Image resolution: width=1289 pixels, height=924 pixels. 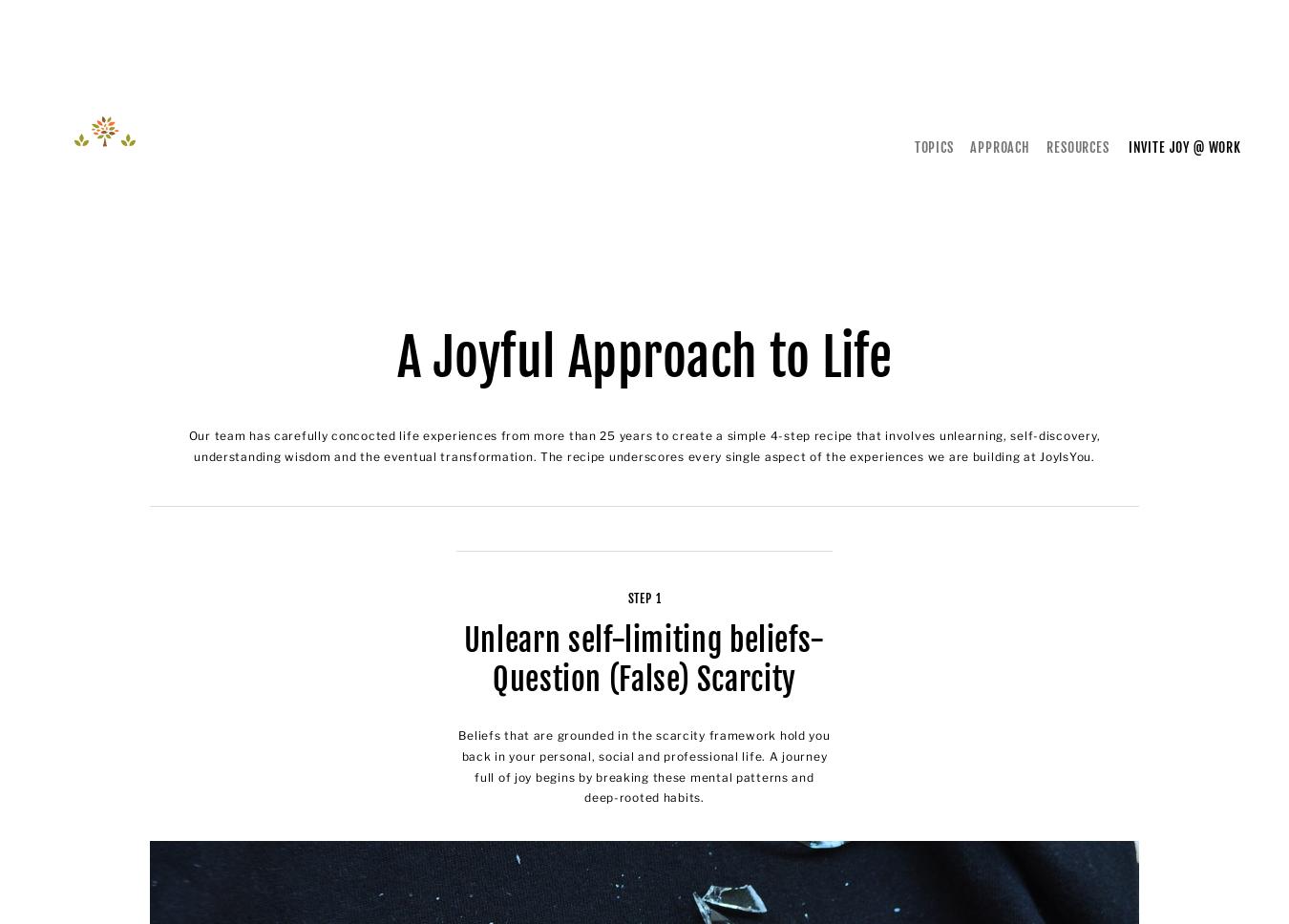 I want to click on 'Question (False) Scarcity', so click(x=644, y=678).